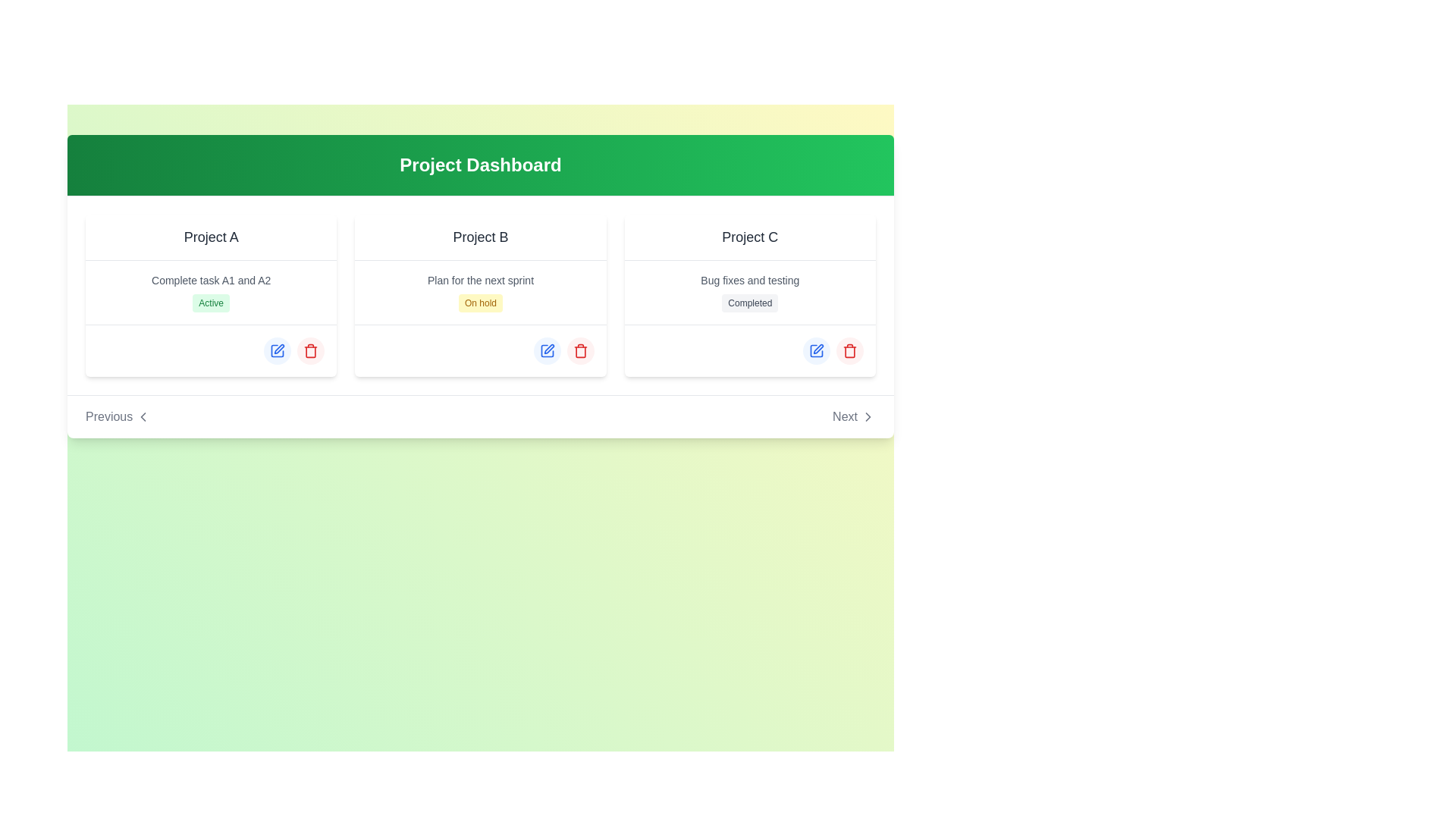 The height and width of the screenshot is (819, 1456). What do you see at coordinates (579, 352) in the screenshot?
I see `the decorative vector graphic within the trash icon located in the lower right section of the 'Project B' card to indicate the delete functionality` at bounding box center [579, 352].